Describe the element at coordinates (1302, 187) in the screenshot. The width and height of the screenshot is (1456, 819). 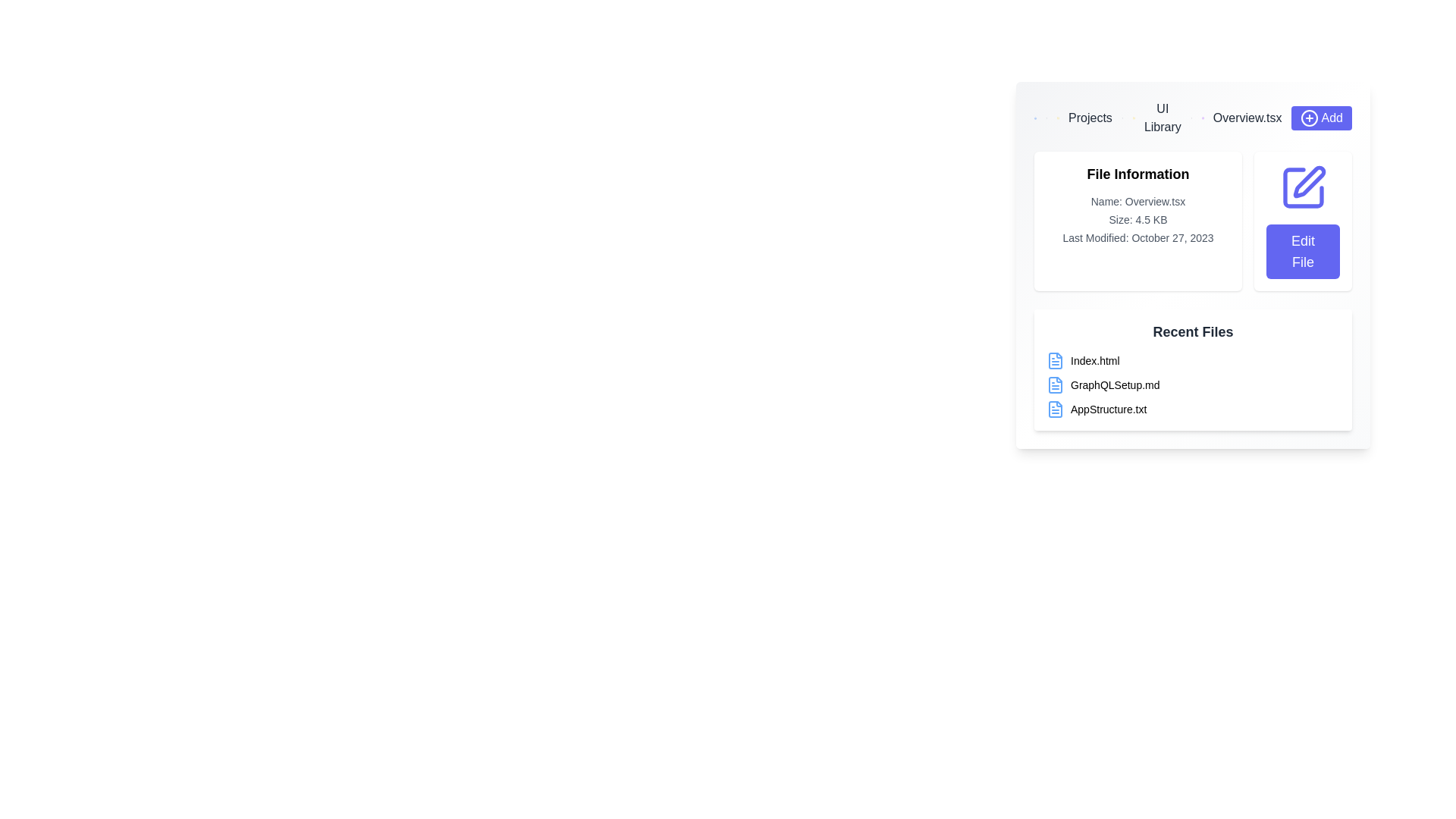
I see `the indigo square icon with a pen in the upper-right corner` at that location.